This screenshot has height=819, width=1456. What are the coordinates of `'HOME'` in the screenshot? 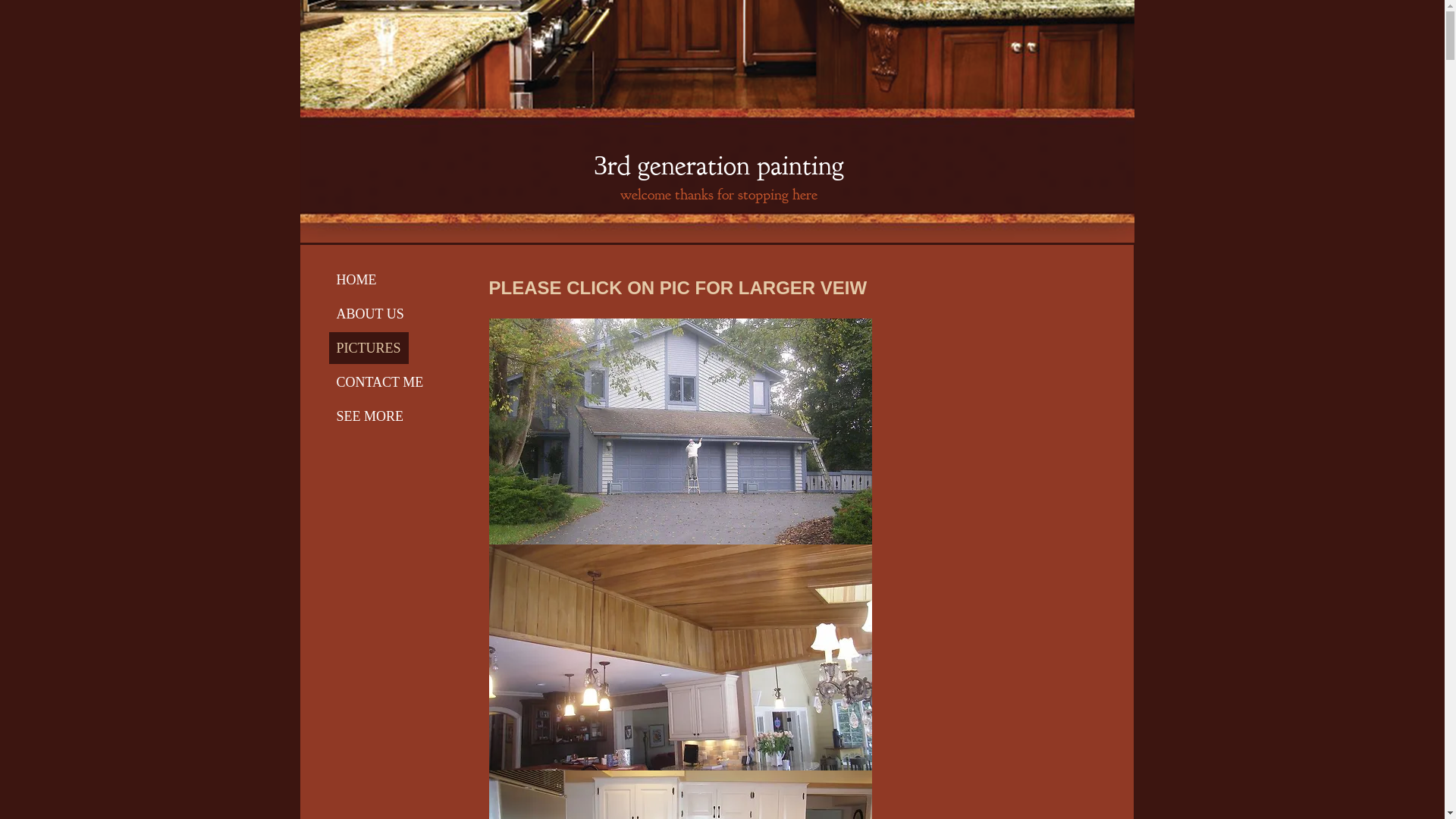 It's located at (328, 280).